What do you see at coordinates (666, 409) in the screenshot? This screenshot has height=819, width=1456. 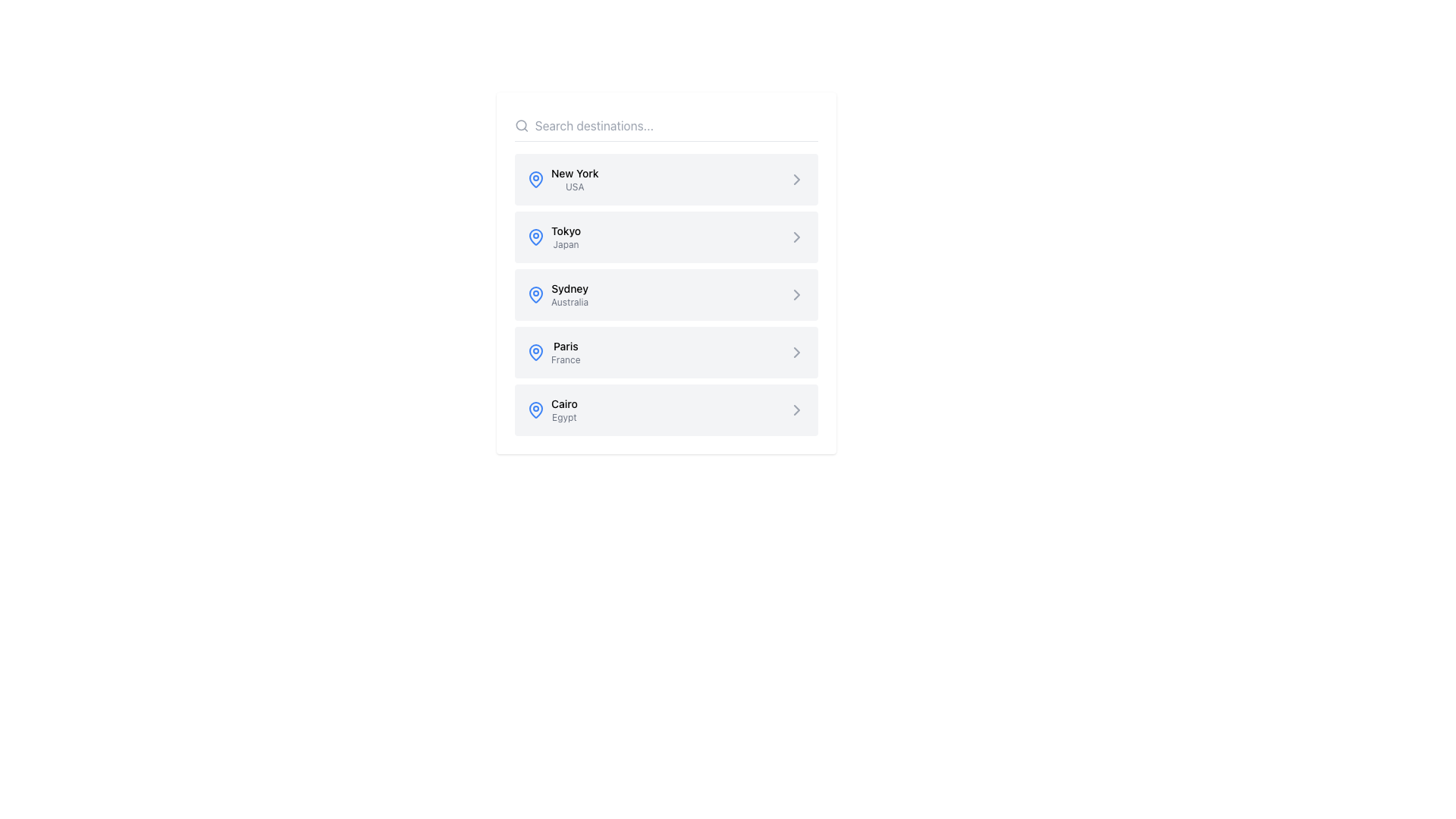 I see `the selectable list item for 'Cairo, Egypt'` at bounding box center [666, 409].